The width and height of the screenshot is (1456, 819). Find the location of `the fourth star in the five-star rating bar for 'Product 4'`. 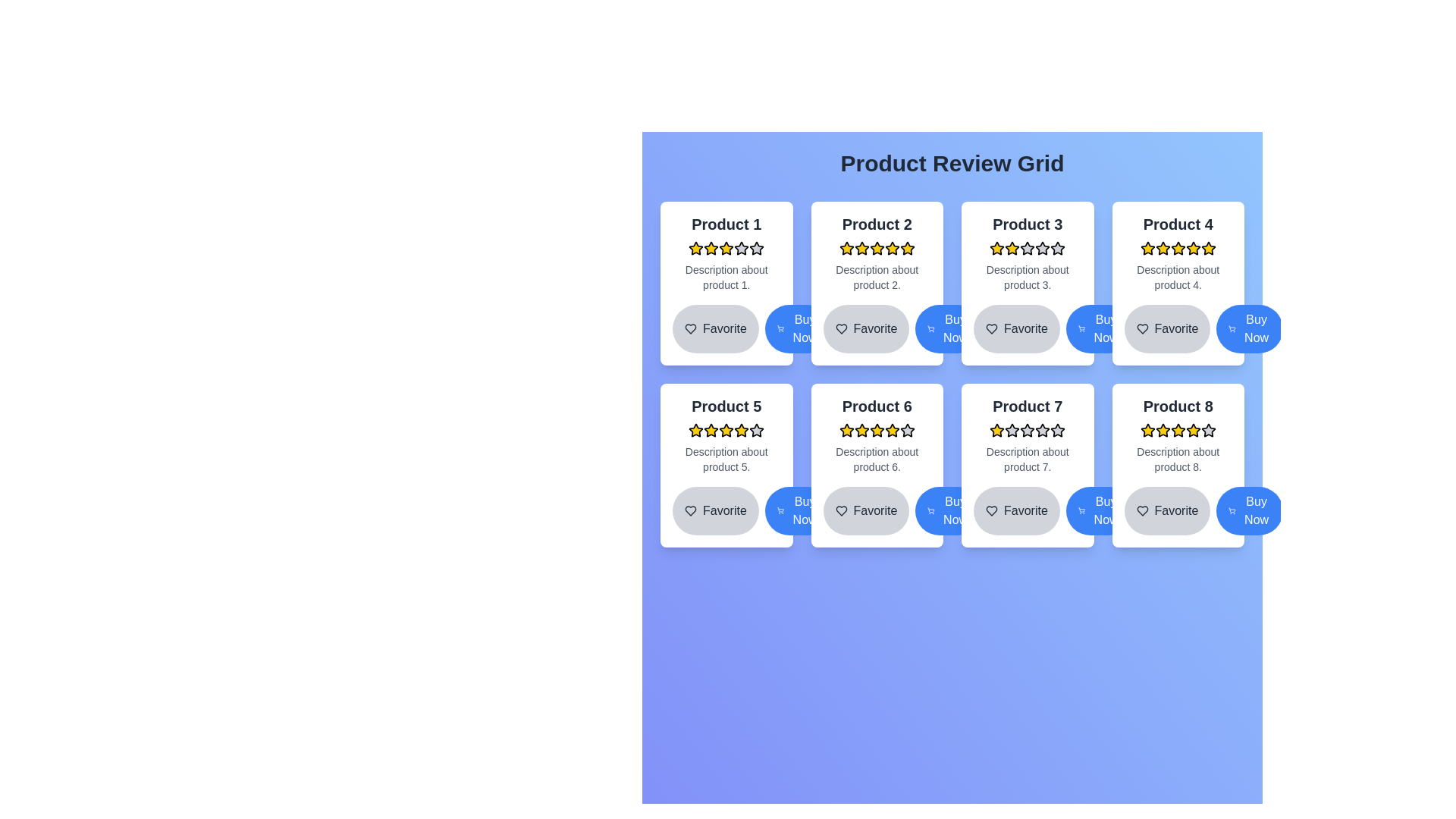

the fourth star in the five-star rating bar for 'Product 4' is located at coordinates (1162, 247).